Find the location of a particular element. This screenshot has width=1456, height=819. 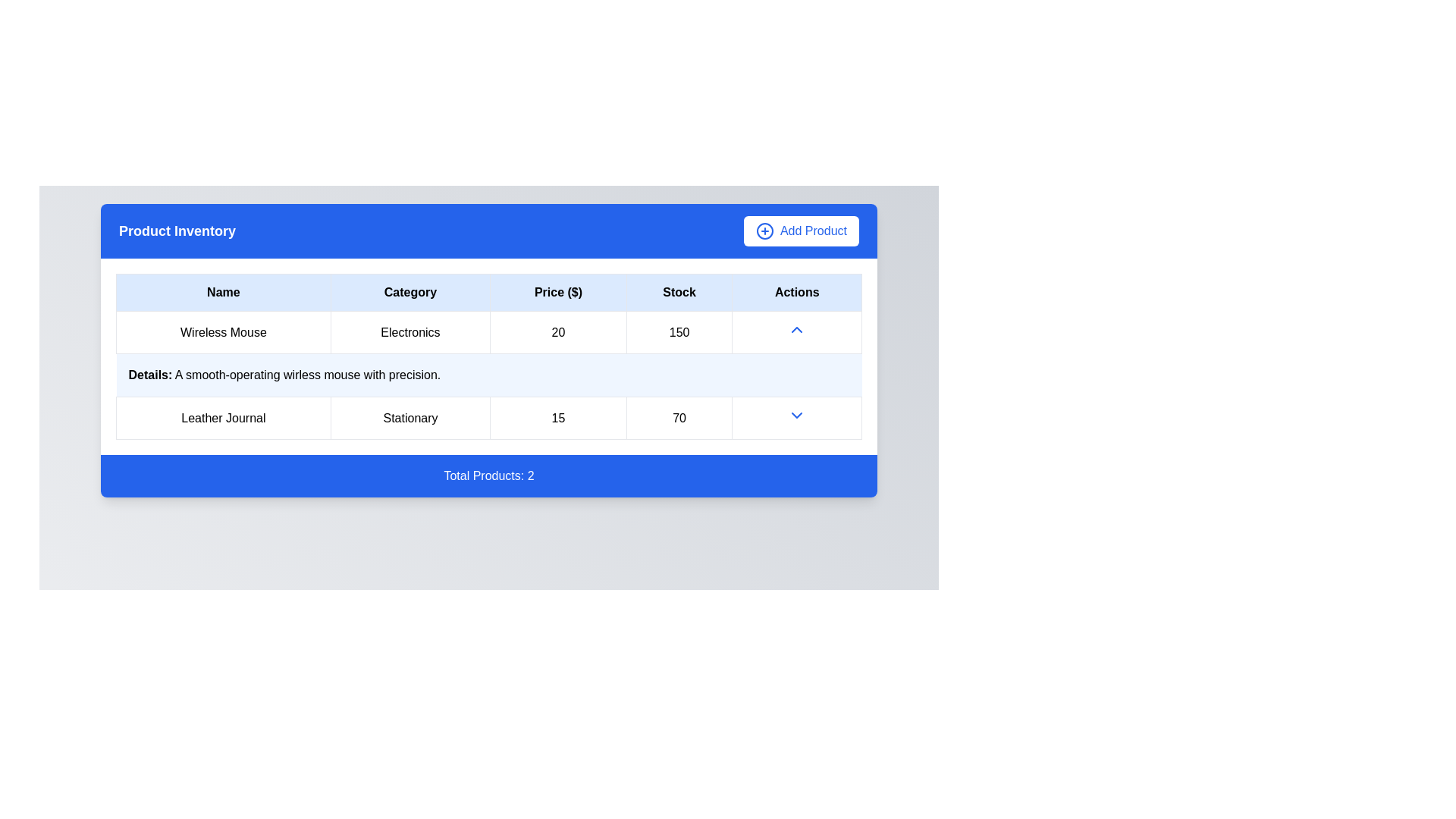

columns is located at coordinates (488, 292).